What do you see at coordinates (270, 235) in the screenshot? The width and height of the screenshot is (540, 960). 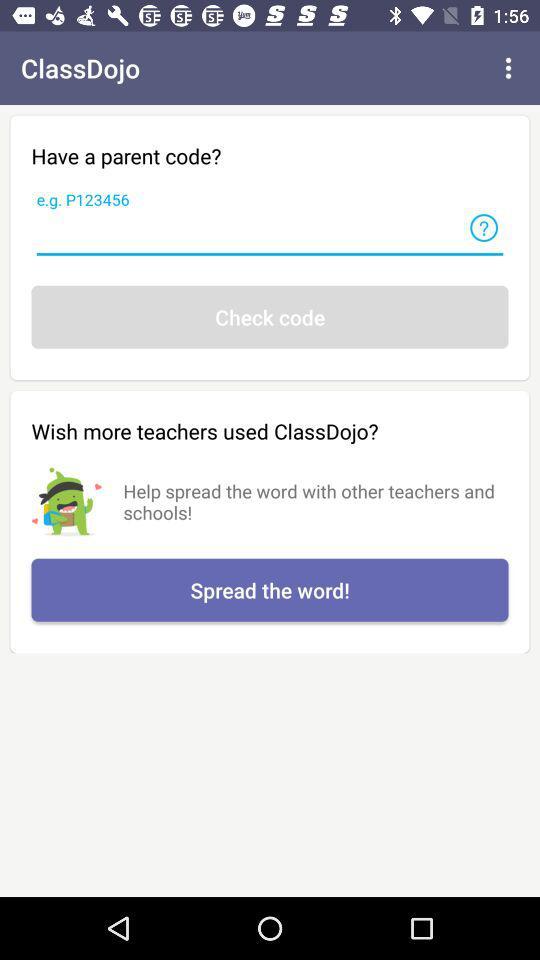 I see `parent code` at bounding box center [270, 235].